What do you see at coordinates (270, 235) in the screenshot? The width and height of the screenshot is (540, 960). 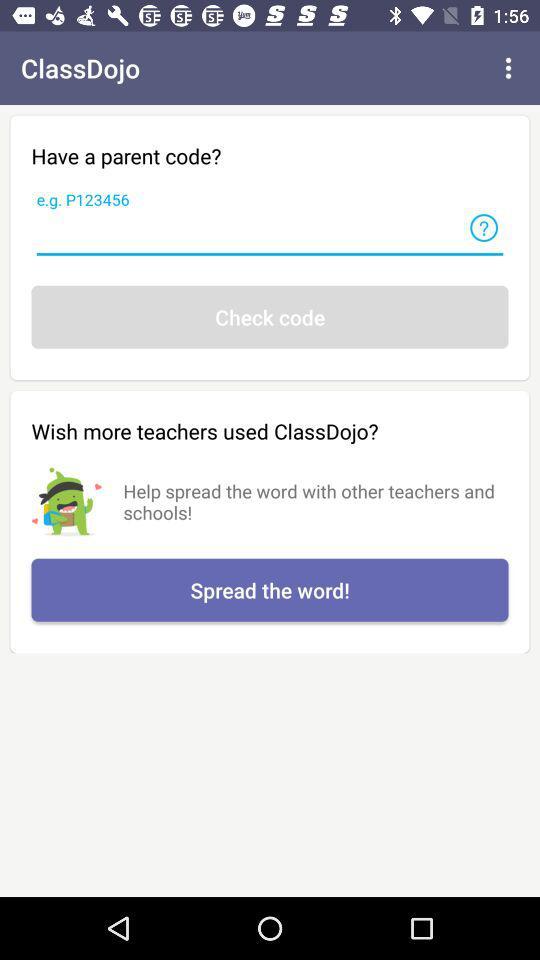 I see `parent code` at bounding box center [270, 235].